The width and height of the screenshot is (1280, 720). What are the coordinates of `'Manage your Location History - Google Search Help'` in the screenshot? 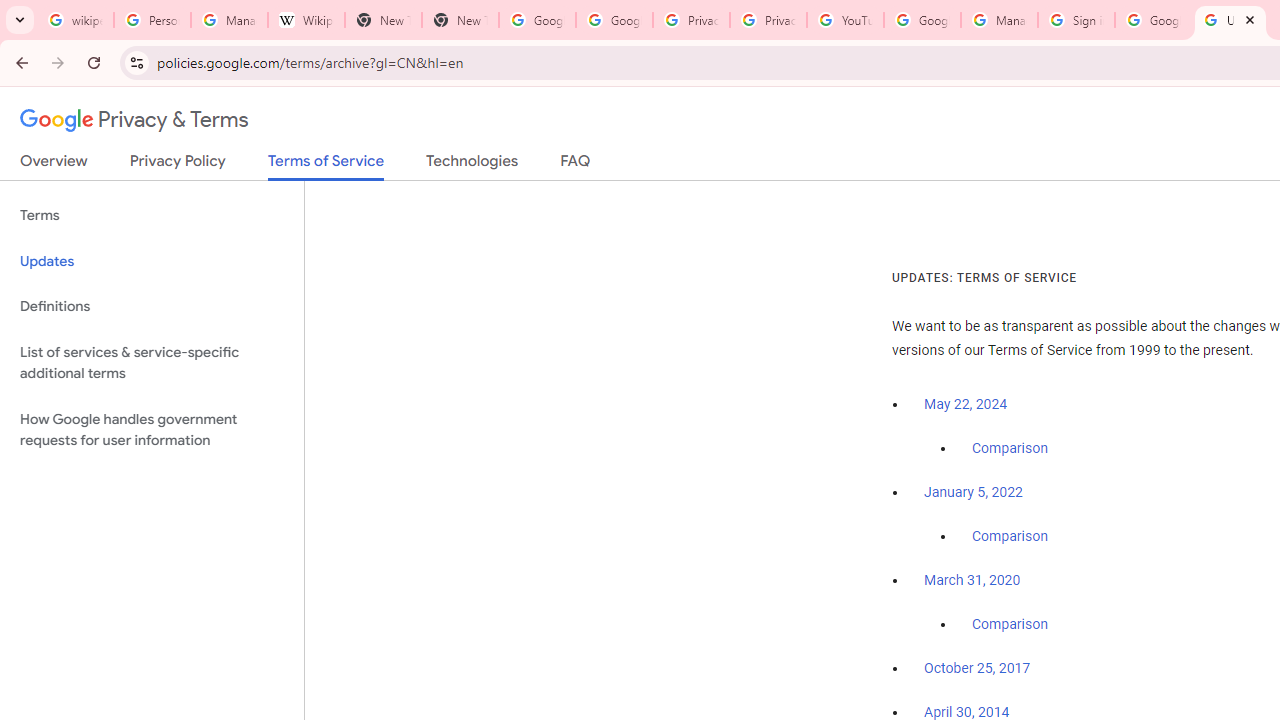 It's located at (229, 20).